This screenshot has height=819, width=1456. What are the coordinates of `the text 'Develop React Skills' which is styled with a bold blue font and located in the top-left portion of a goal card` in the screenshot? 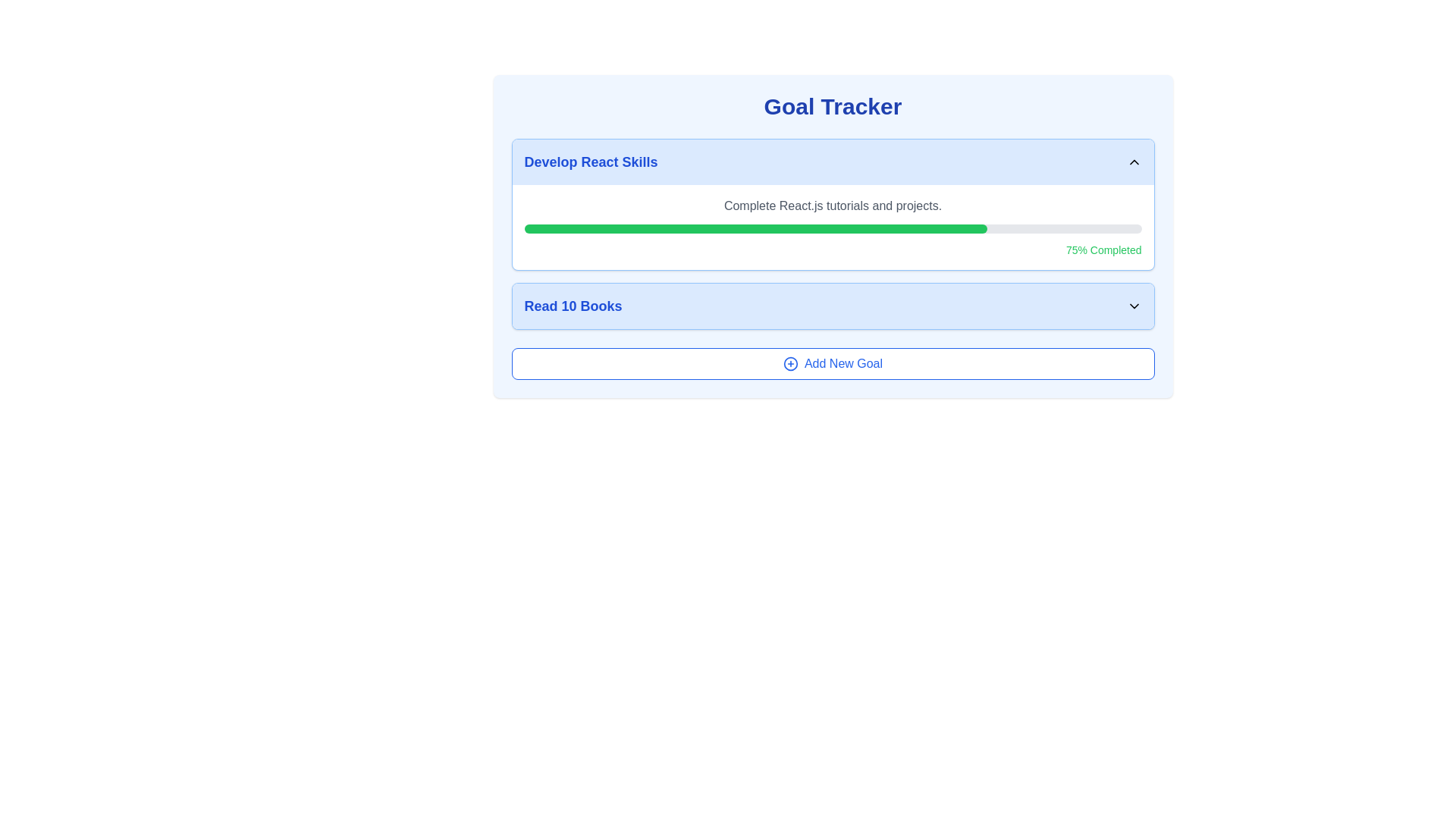 It's located at (590, 162).